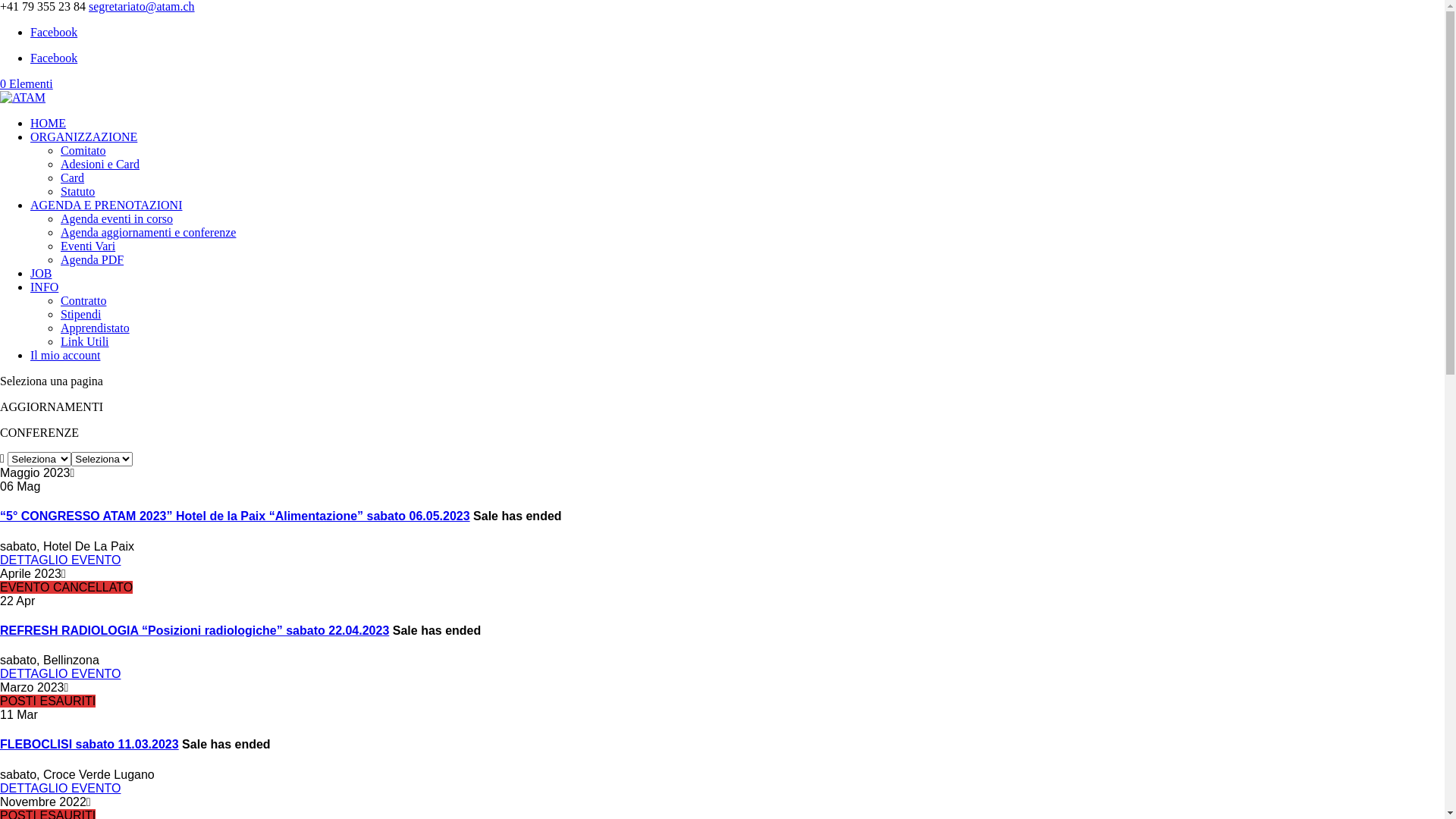 The image size is (1456, 819). I want to click on 'ORGANIZZAZIONE', so click(83, 136).